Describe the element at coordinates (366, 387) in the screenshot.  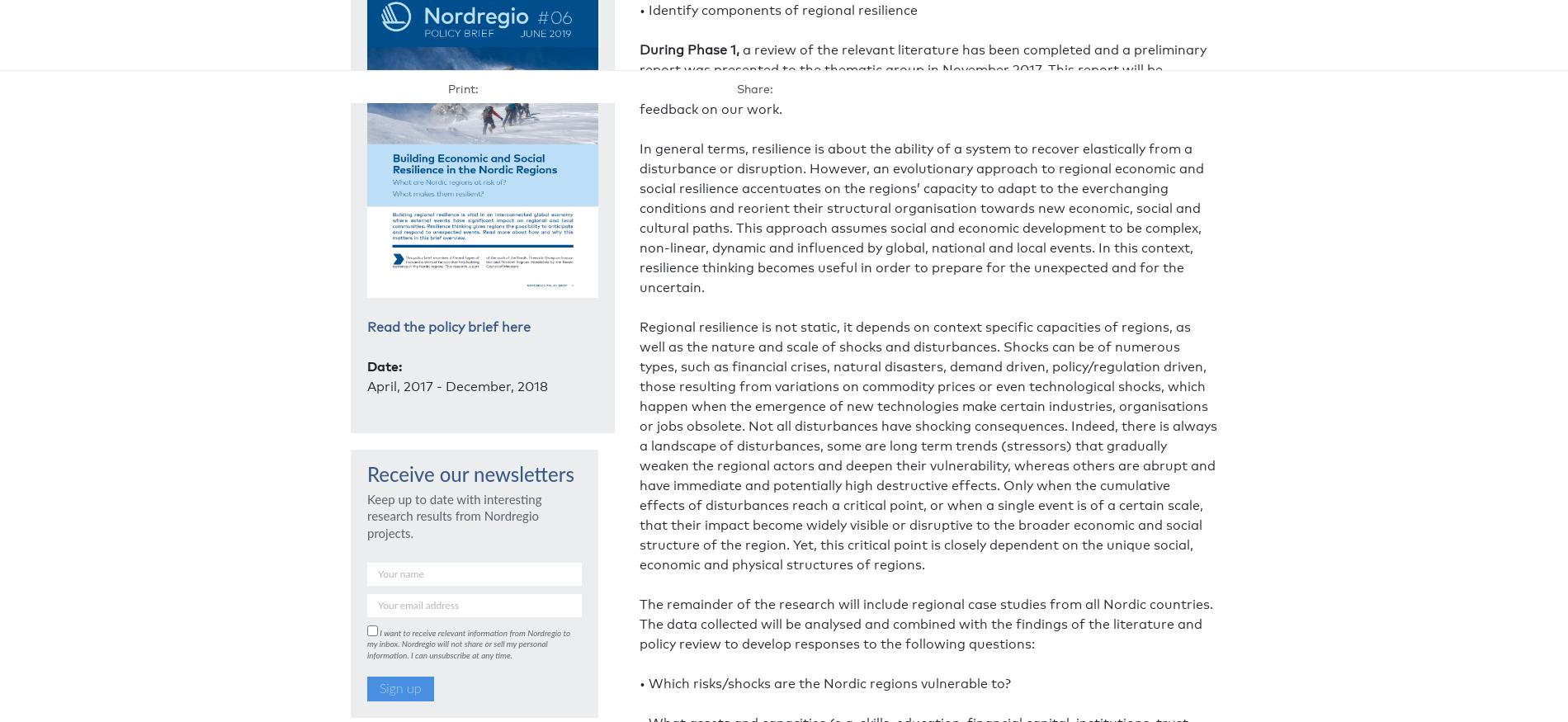
I see `'April, 2017 - December, 2018'` at that location.